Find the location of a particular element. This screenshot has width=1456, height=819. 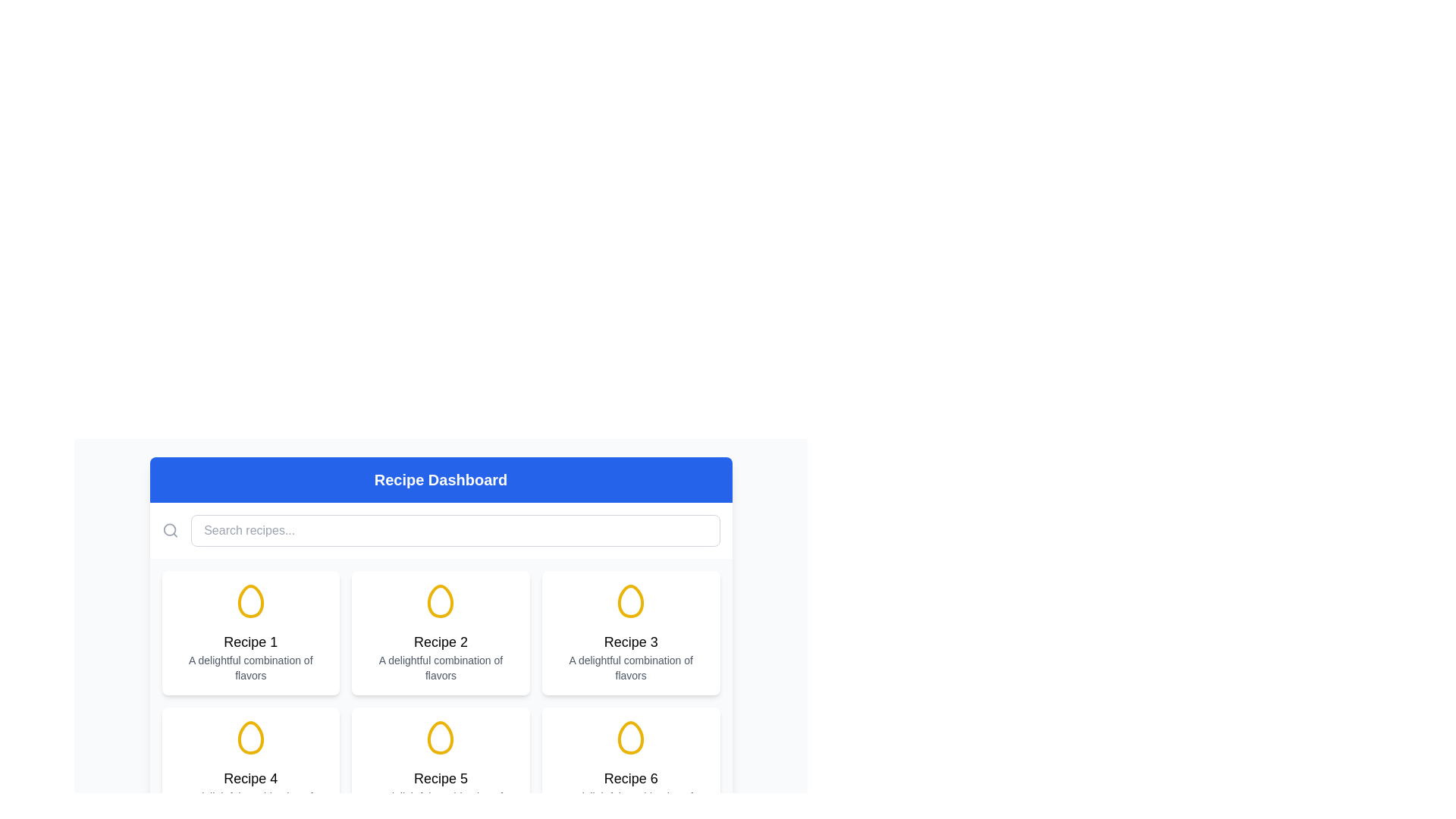

the egg-shaped Decorative icon with a yellow stroke and transparent fill, located above the title text 'Recipe 6' in the sixth tile of the recipe grid is located at coordinates (631, 736).